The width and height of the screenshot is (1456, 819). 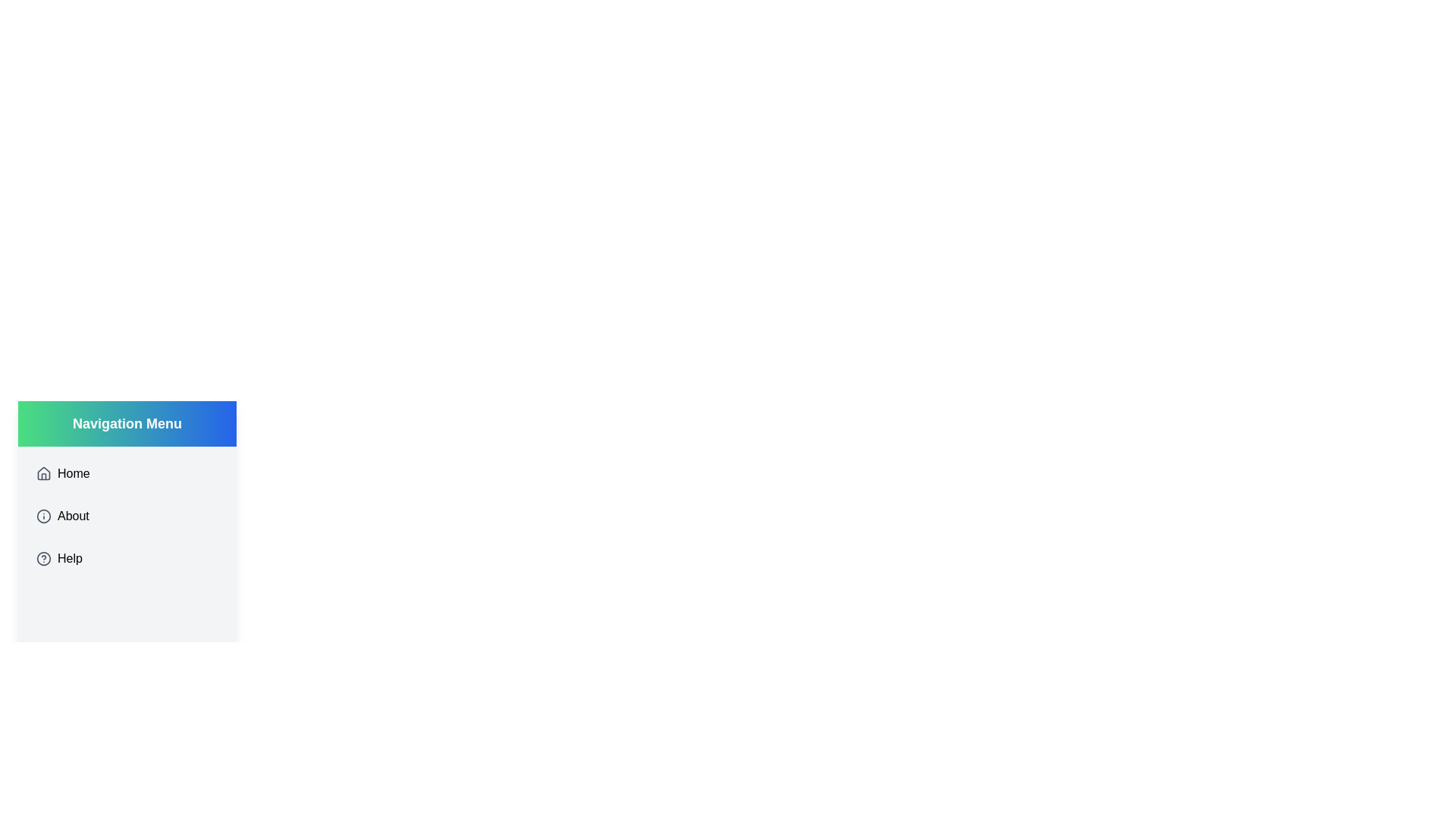 What do you see at coordinates (72, 516) in the screenshot?
I see `the 'About' text label in the vertical navigation menu` at bounding box center [72, 516].